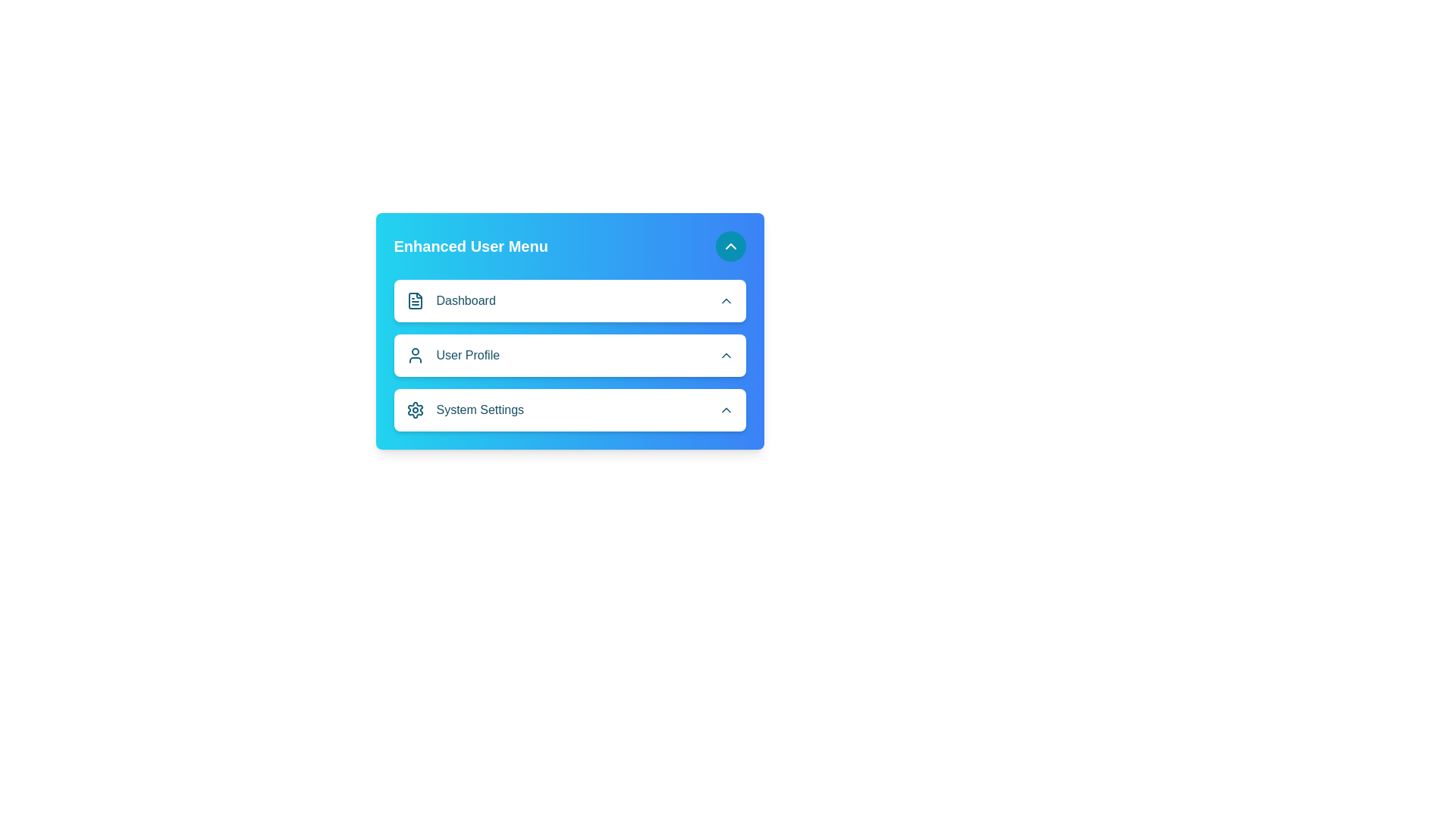 The width and height of the screenshot is (1456, 819). What do you see at coordinates (415, 356) in the screenshot?
I see `the user profile menu item by clicking on the icon that is positioned to the left of the 'User Profile' text in the vertical menu` at bounding box center [415, 356].